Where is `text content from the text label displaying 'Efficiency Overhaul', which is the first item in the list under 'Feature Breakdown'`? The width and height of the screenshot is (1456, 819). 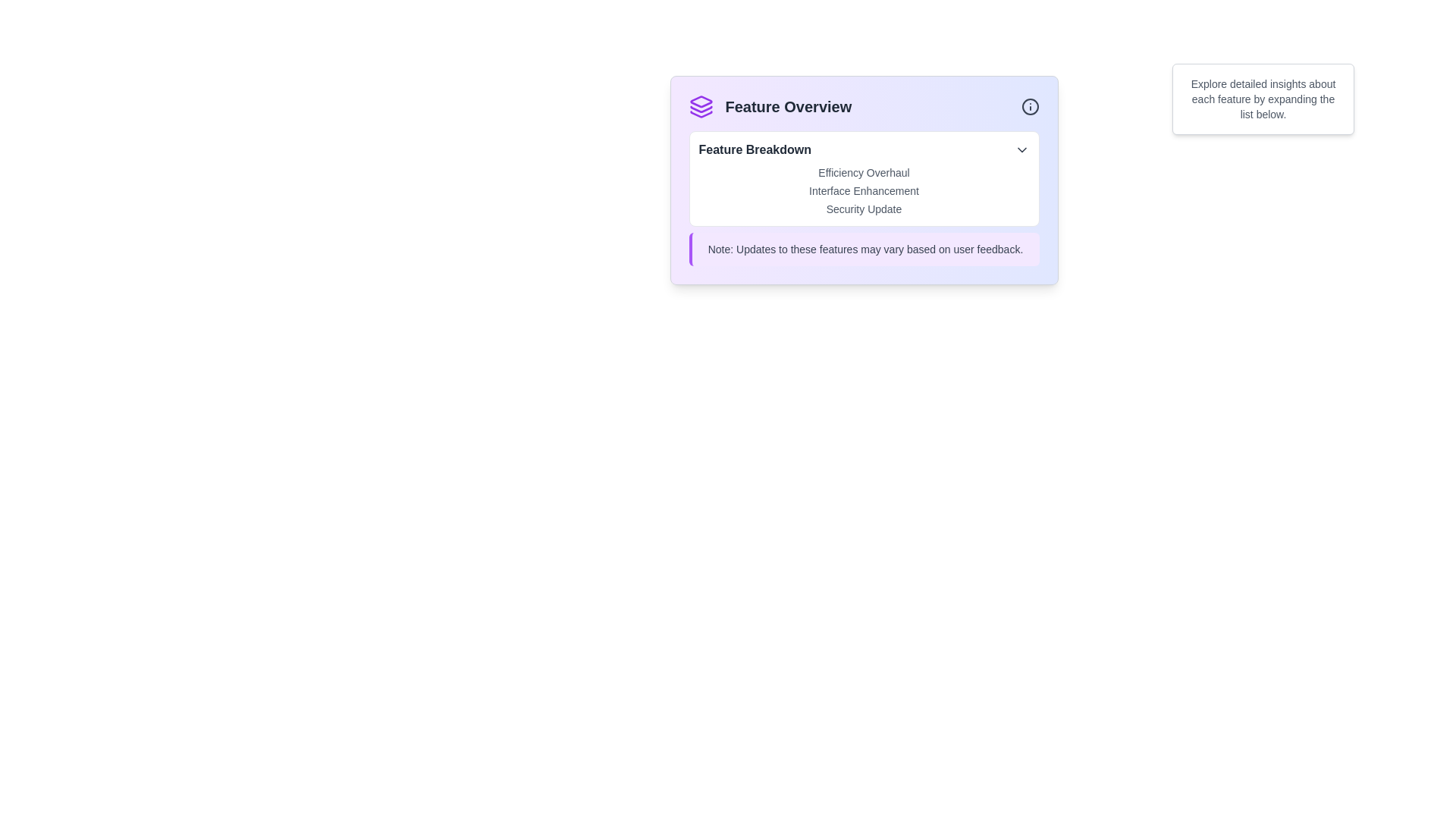 text content from the text label displaying 'Efficiency Overhaul', which is the first item in the list under 'Feature Breakdown' is located at coordinates (864, 171).